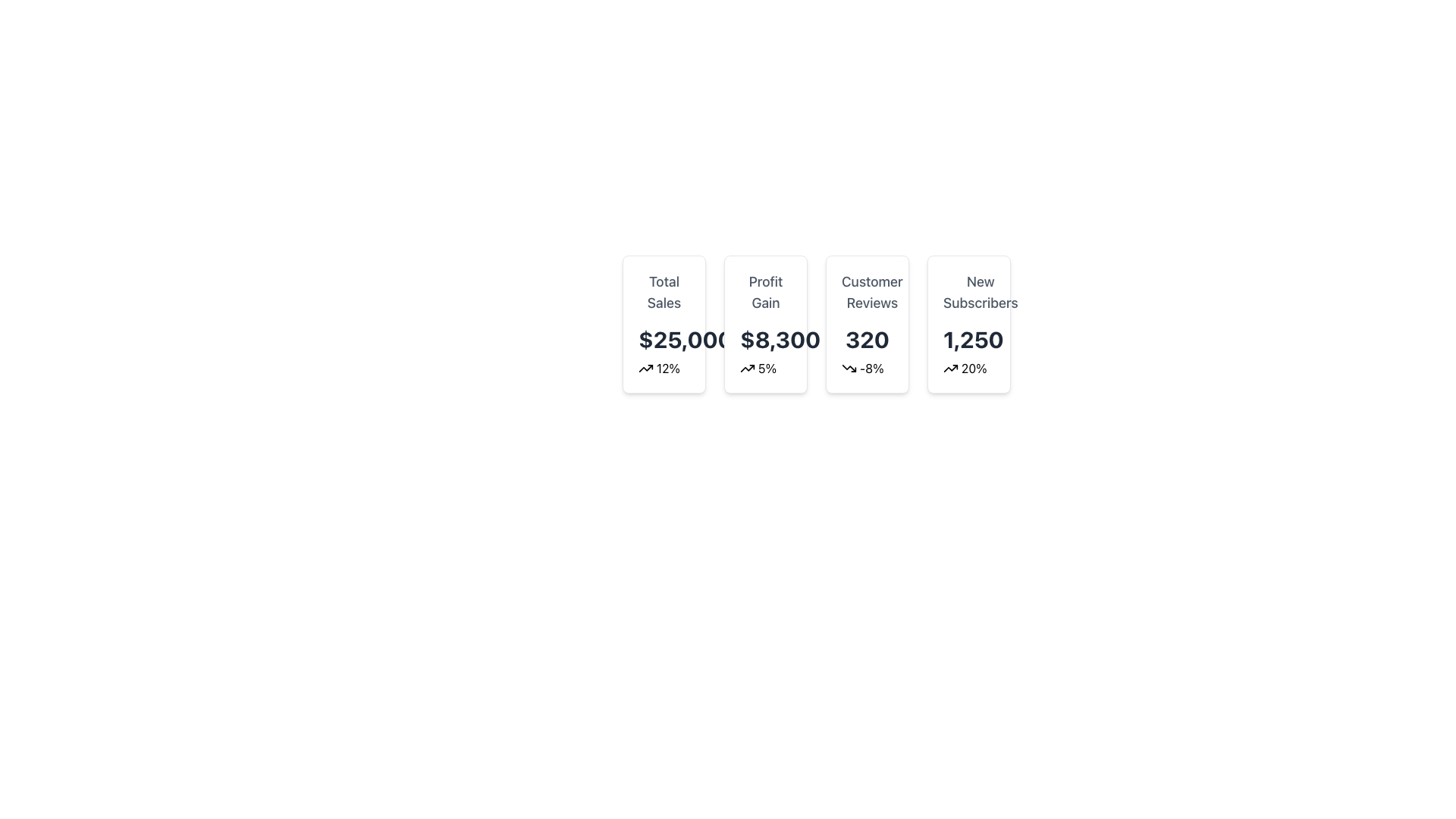 The width and height of the screenshot is (1456, 819). Describe the element at coordinates (867, 369) in the screenshot. I see `information displayed in the small horizontal grouping containing a downward arrow icon and the text '-8%' in red bold font, located within the 'Customer Reviews' card, below the number '320'` at that location.